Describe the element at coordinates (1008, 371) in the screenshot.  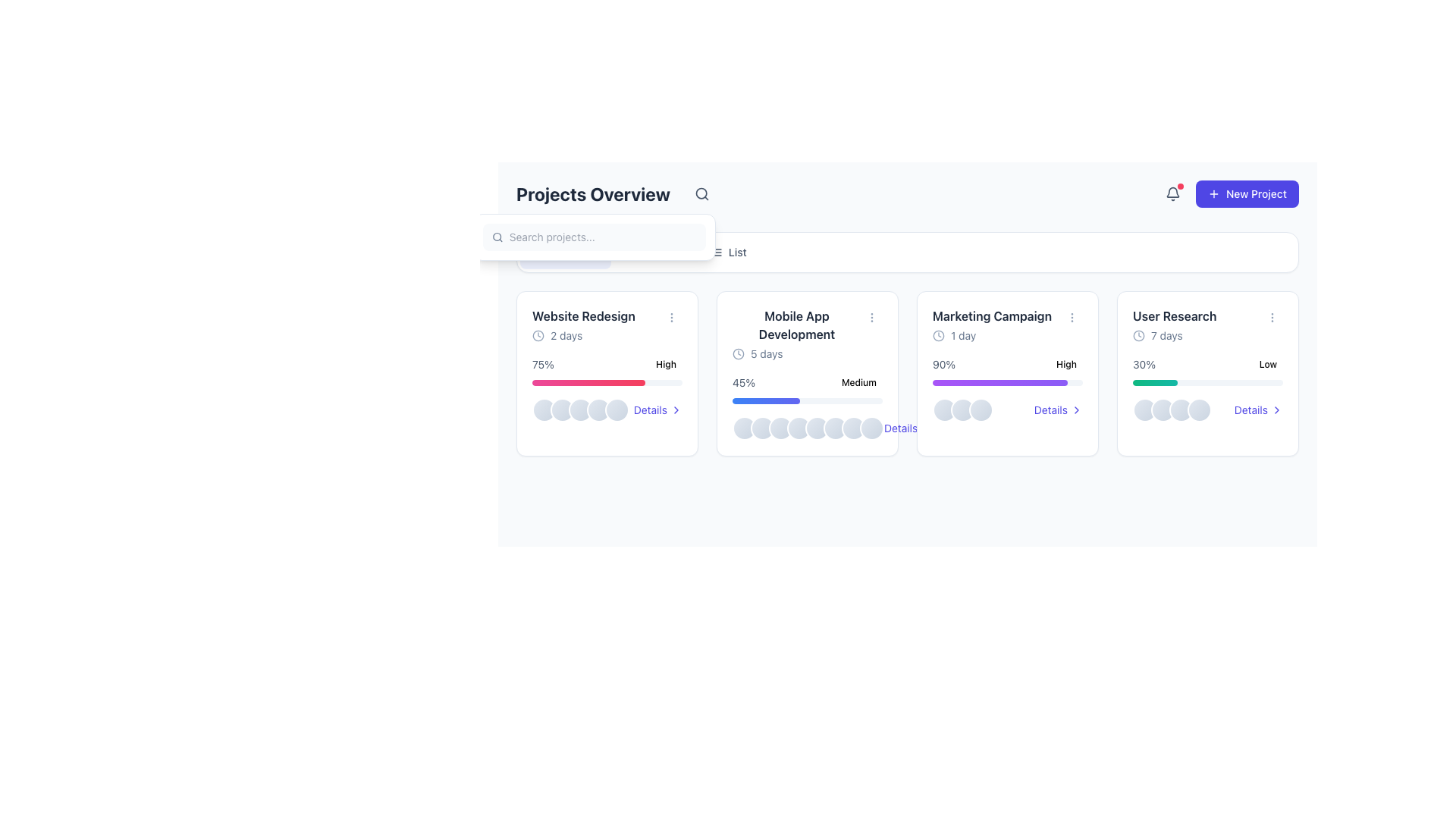
I see `the progress status of the Progress indicator located in the 'Marketing Campaign' section, which shows a vibrant gradient bar indicating '90%' and 'High'` at that location.